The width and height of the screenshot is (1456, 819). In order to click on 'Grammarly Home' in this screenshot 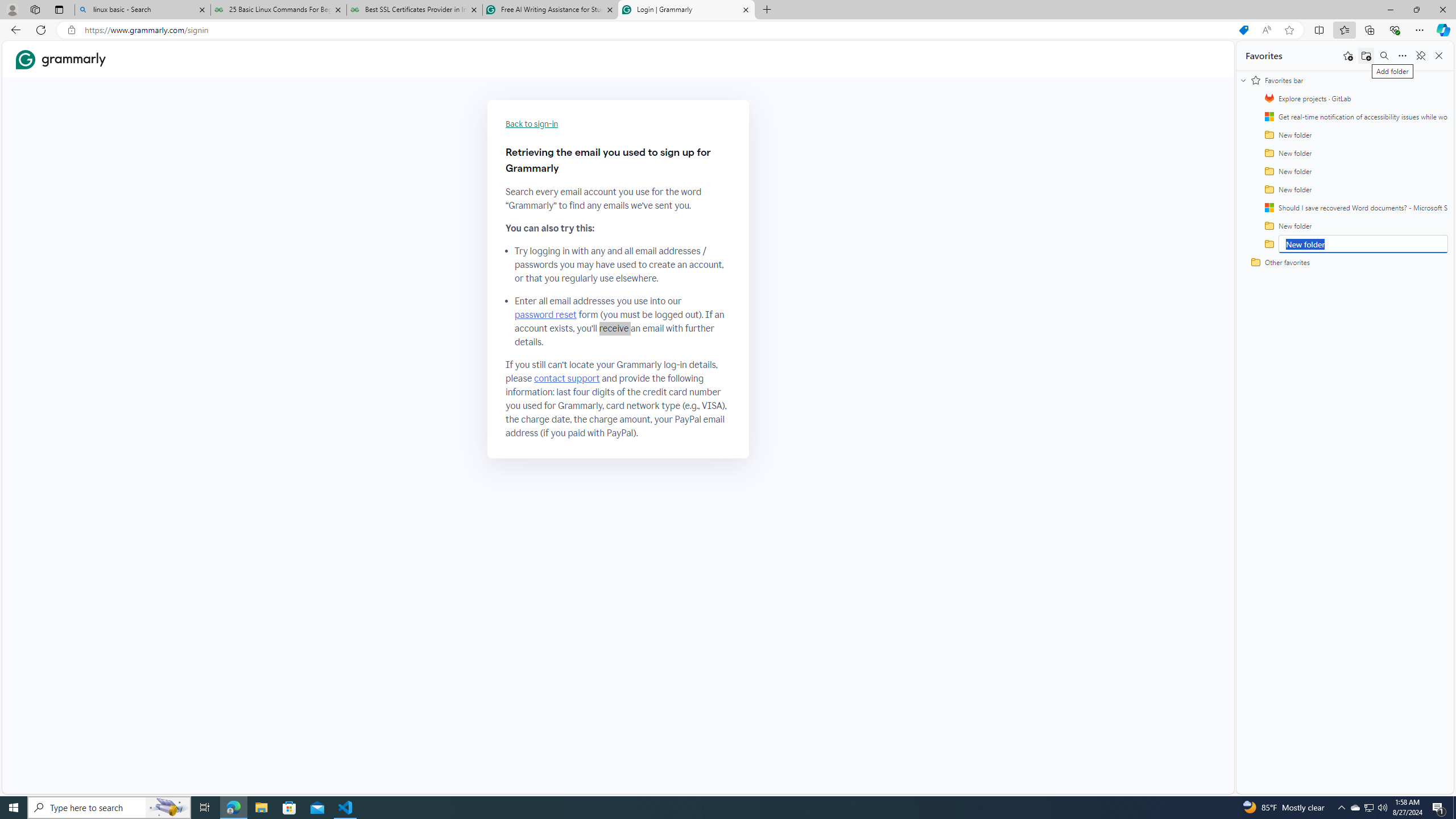, I will do `click(60, 59)`.